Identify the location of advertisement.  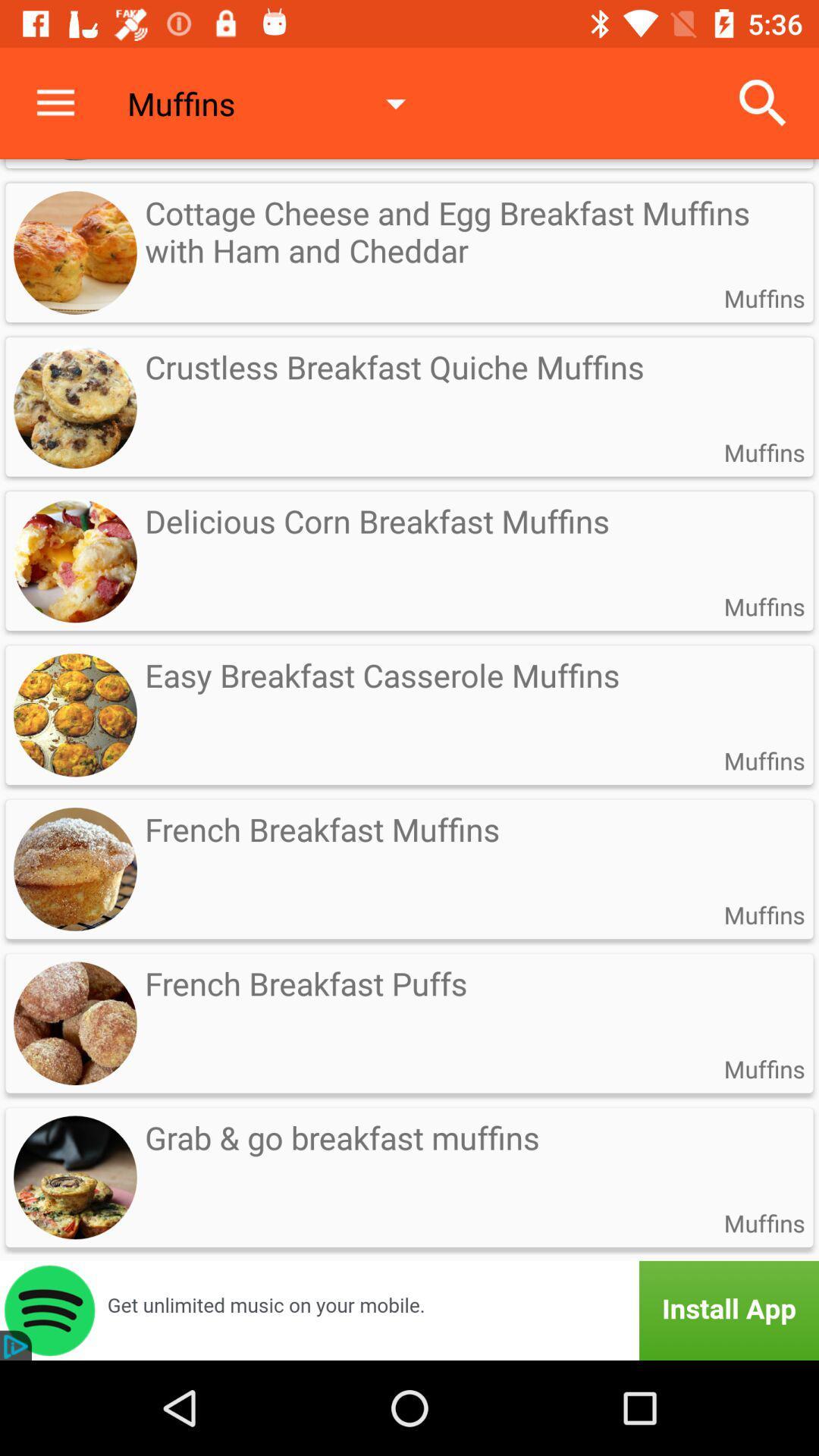
(409, 1310).